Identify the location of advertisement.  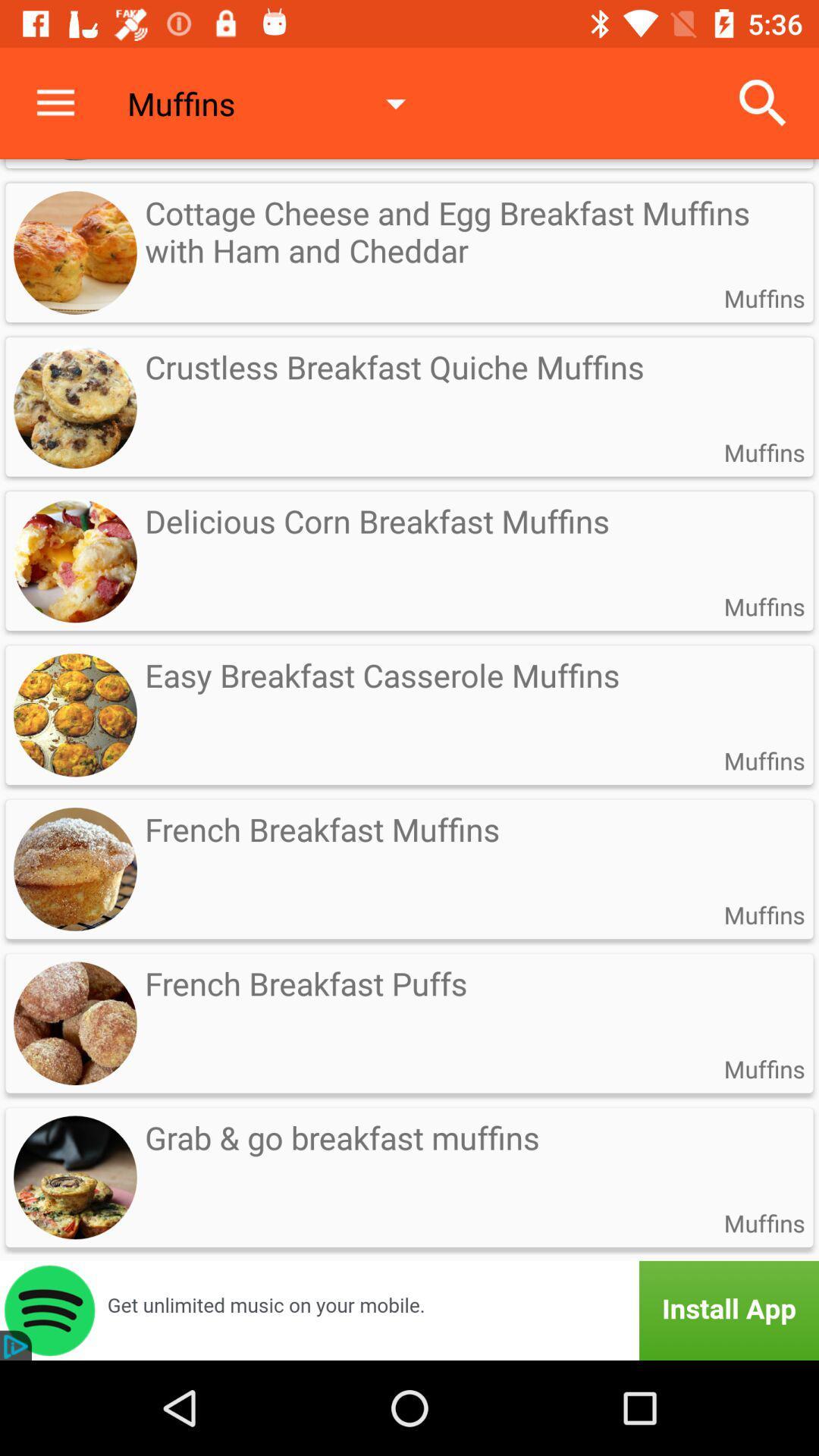
(409, 1310).